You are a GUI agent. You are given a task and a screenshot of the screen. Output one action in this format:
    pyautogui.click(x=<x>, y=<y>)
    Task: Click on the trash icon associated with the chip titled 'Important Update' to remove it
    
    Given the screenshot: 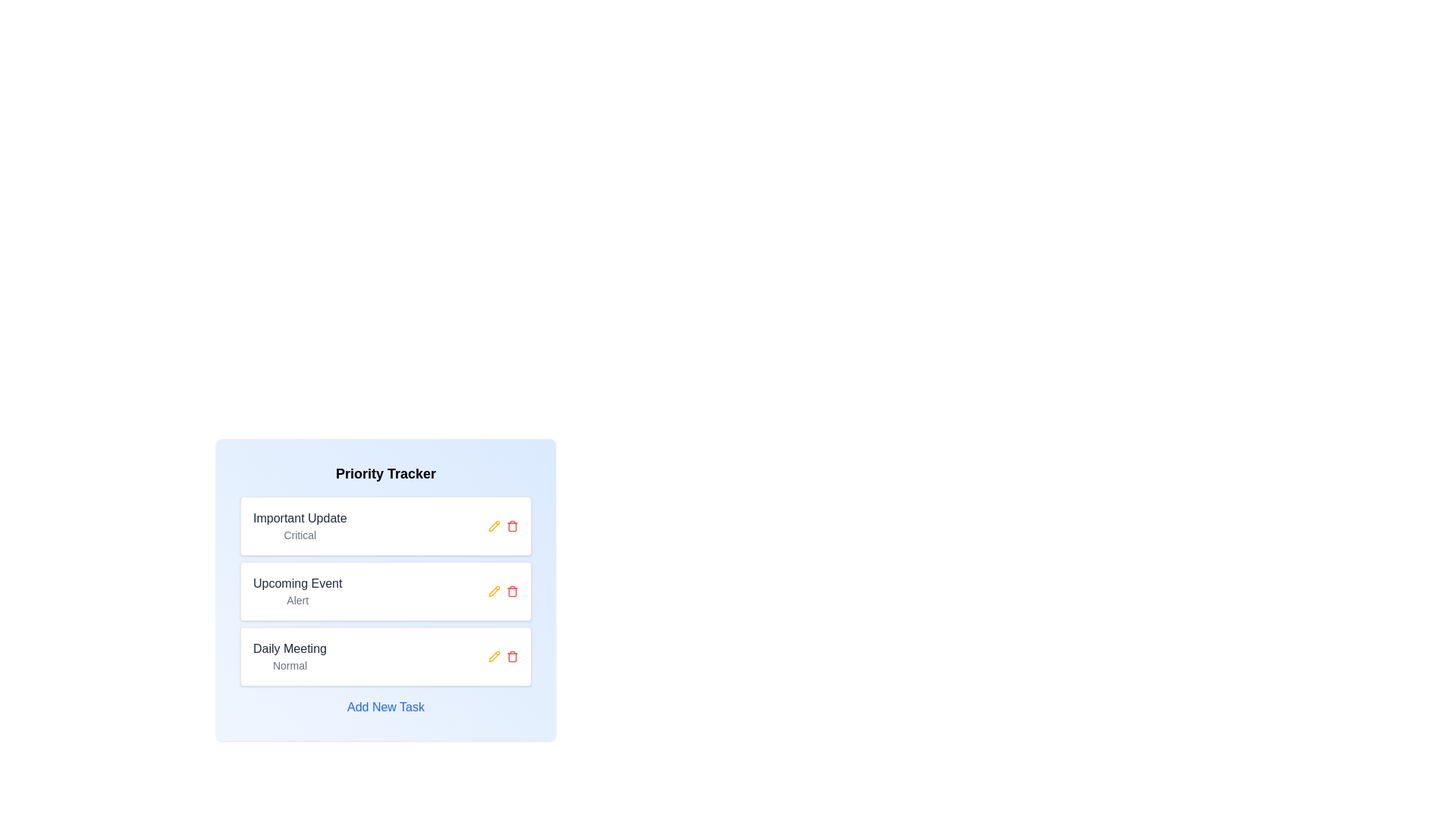 What is the action you would take?
    pyautogui.click(x=513, y=526)
    